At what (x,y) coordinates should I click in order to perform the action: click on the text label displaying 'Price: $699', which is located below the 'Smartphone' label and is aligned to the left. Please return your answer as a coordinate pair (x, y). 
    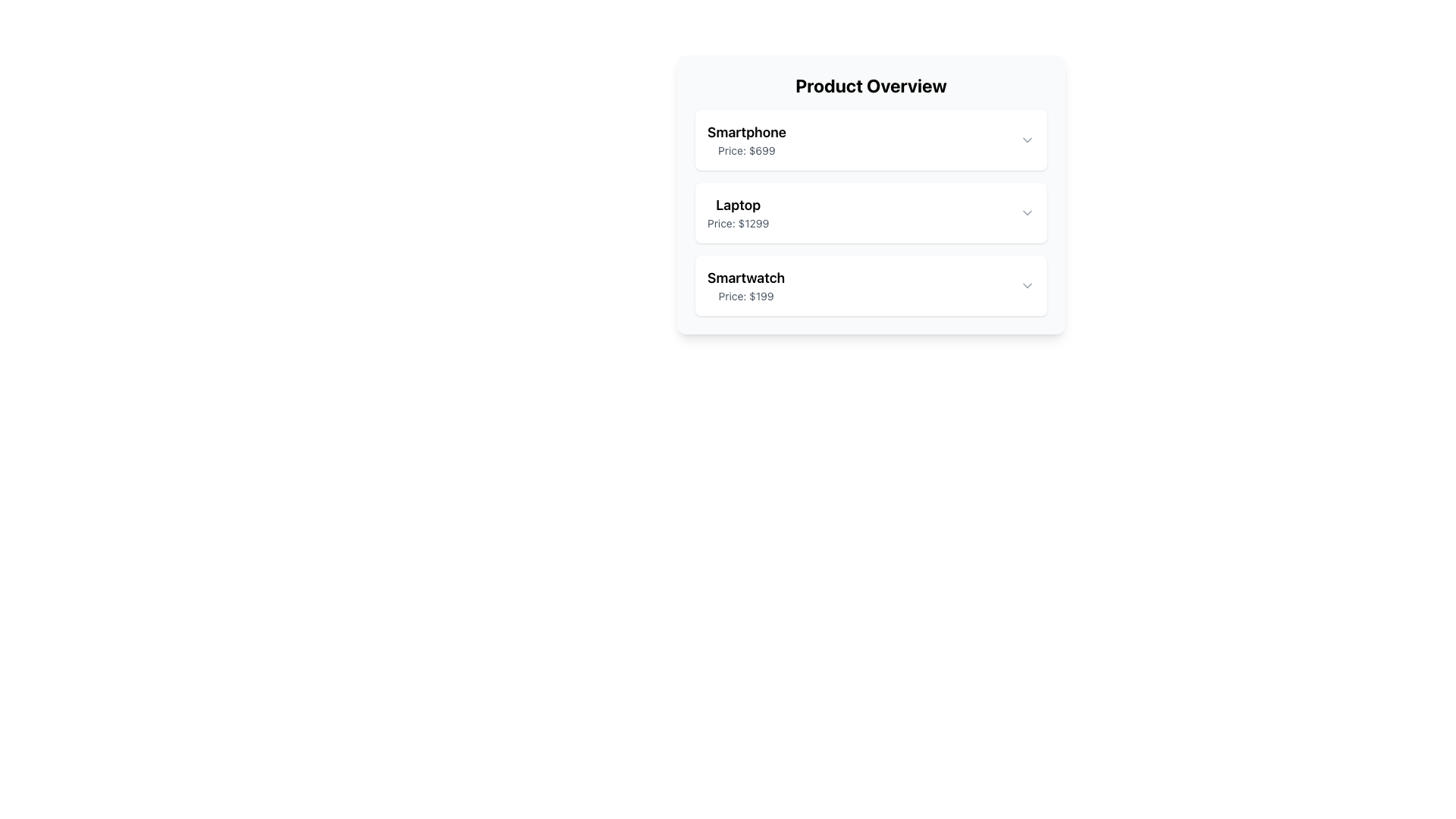
    Looking at the image, I should click on (746, 151).